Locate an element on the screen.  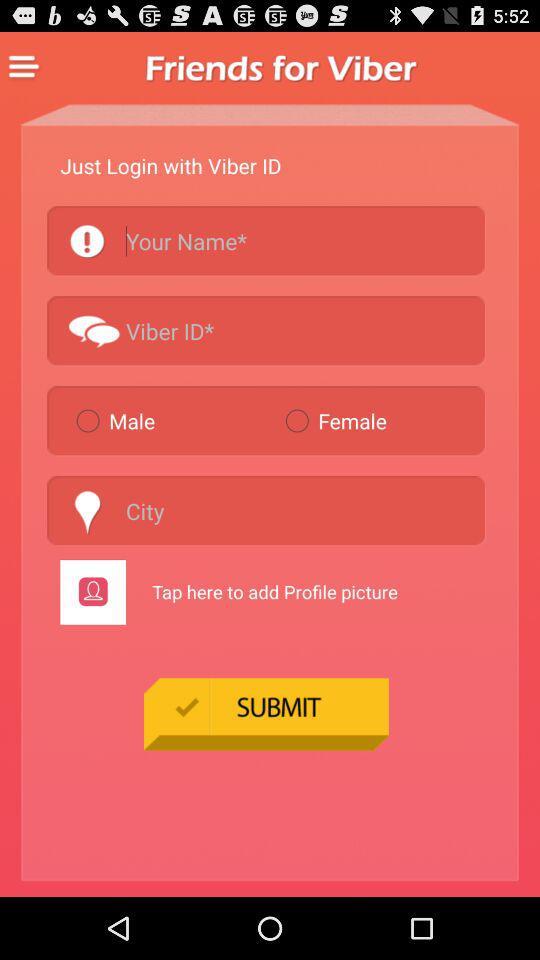
female is located at coordinates (381, 419).